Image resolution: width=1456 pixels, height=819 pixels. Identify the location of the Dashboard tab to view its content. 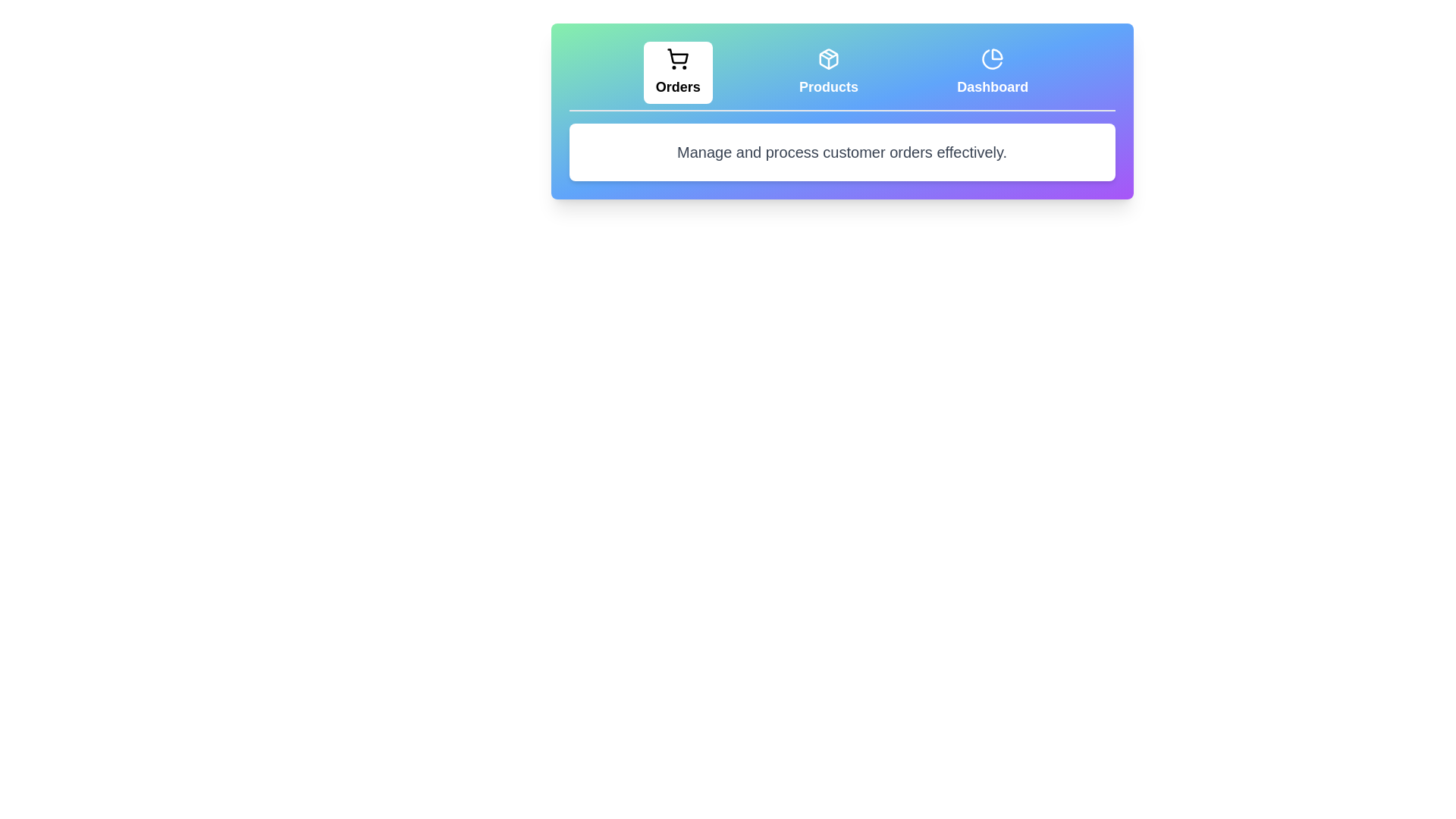
(993, 73).